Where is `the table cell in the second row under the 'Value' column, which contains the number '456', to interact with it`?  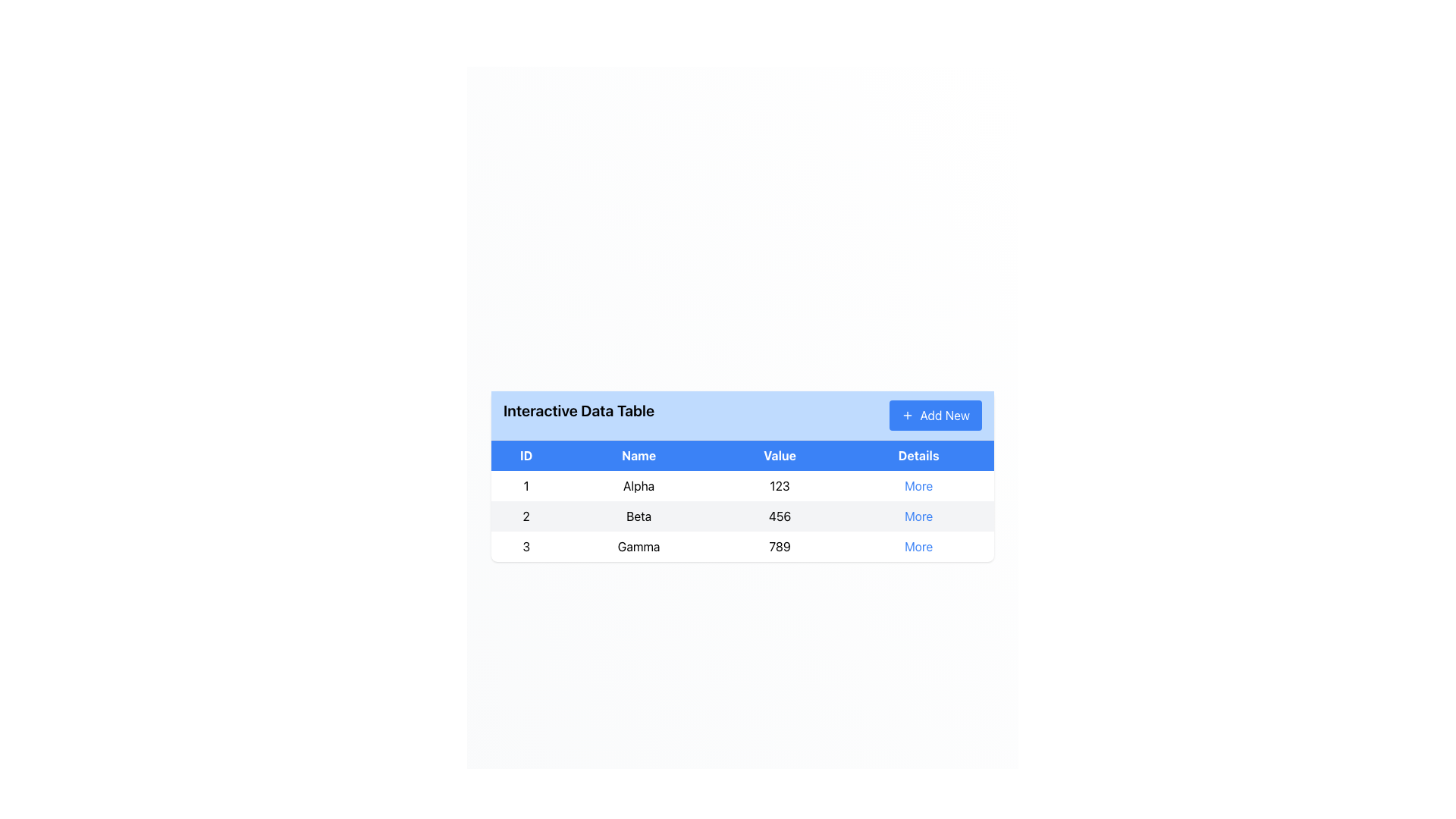 the table cell in the second row under the 'Value' column, which contains the number '456', to interact with it is located at coordinates (742, 515).